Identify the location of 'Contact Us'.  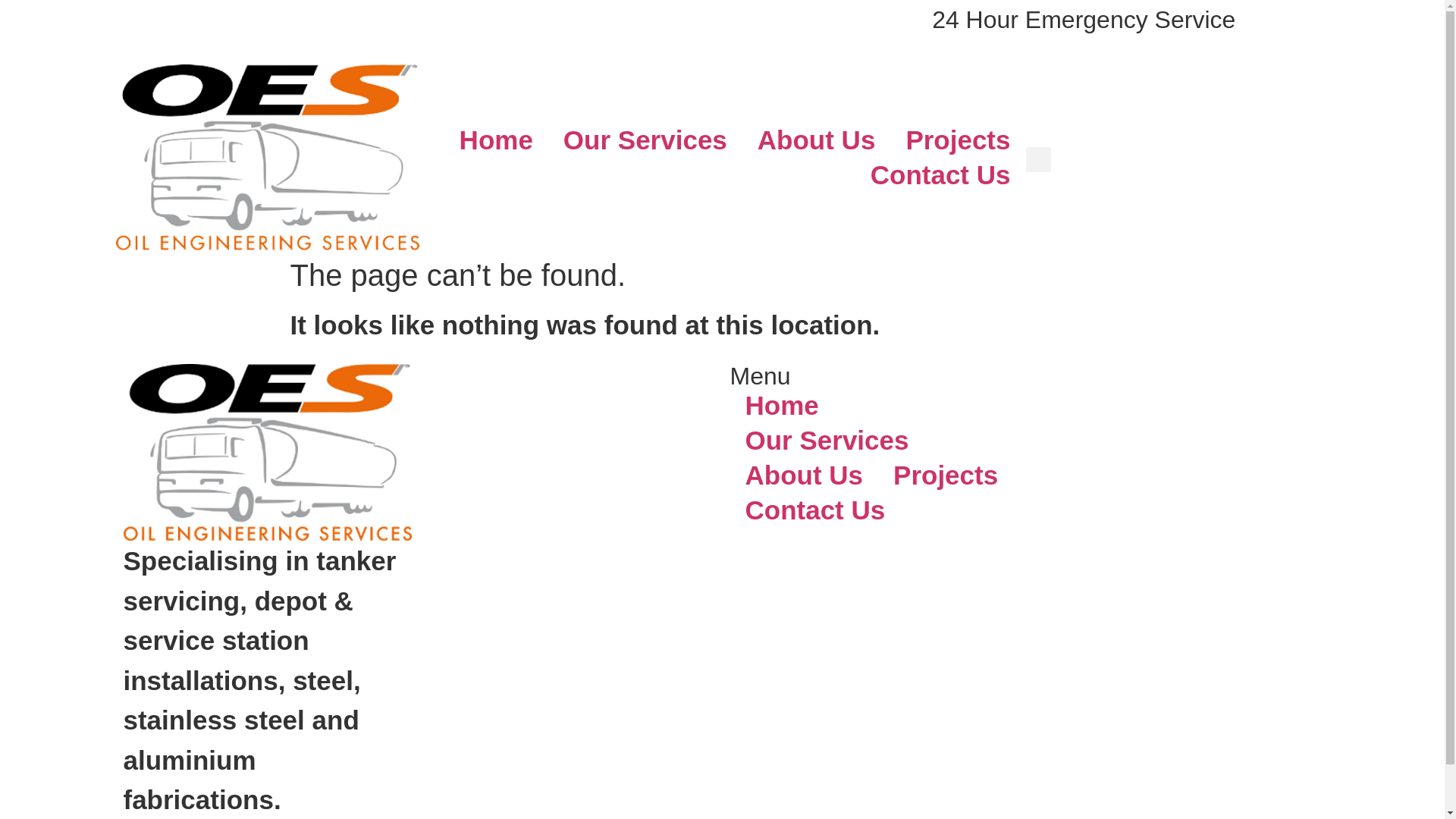
(940, 174).